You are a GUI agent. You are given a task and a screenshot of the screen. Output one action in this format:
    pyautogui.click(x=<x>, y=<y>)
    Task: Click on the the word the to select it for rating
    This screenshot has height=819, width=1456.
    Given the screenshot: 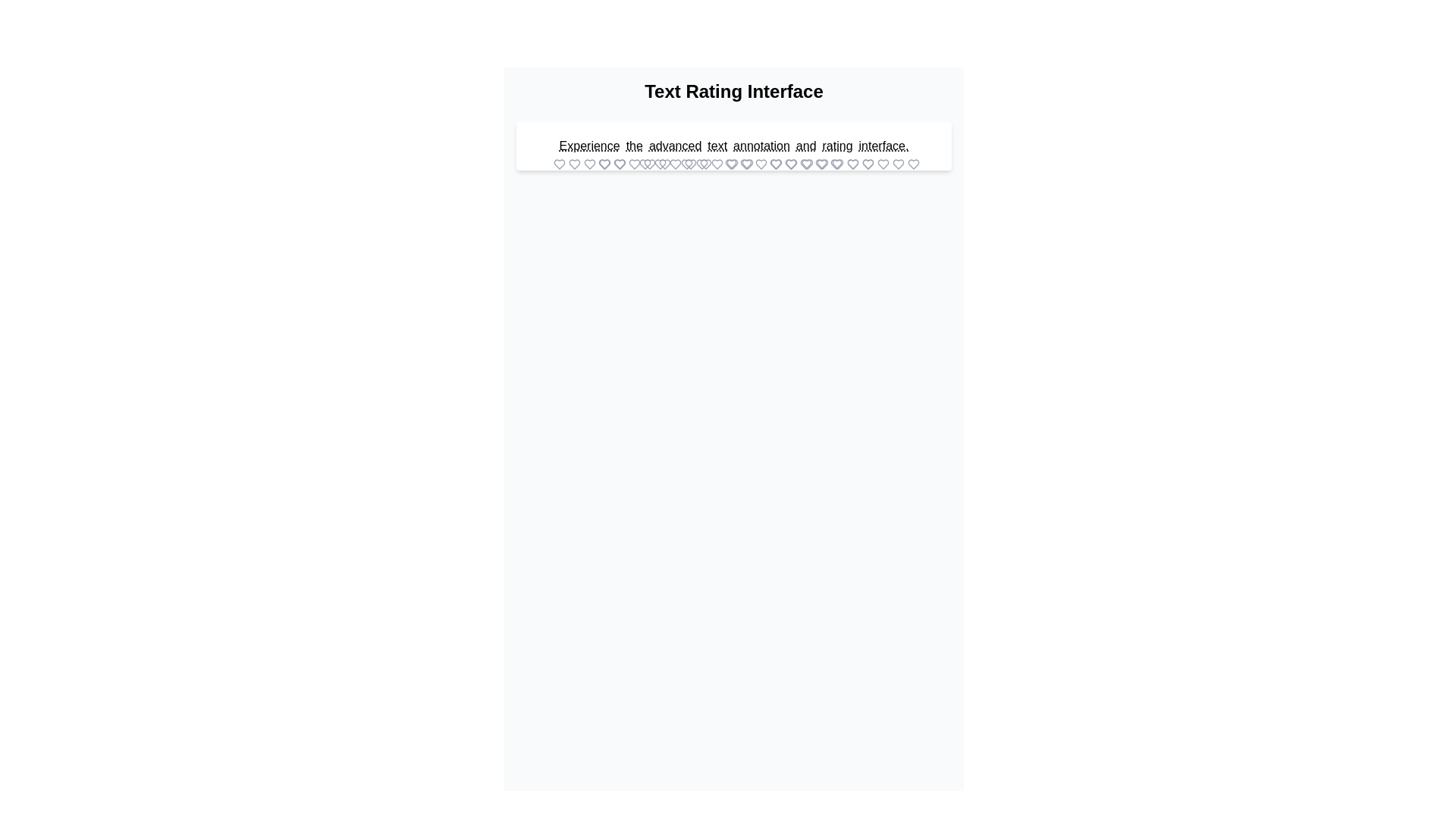 What is the action you would take?
    pyautogui.click(x=634, y=146)
    